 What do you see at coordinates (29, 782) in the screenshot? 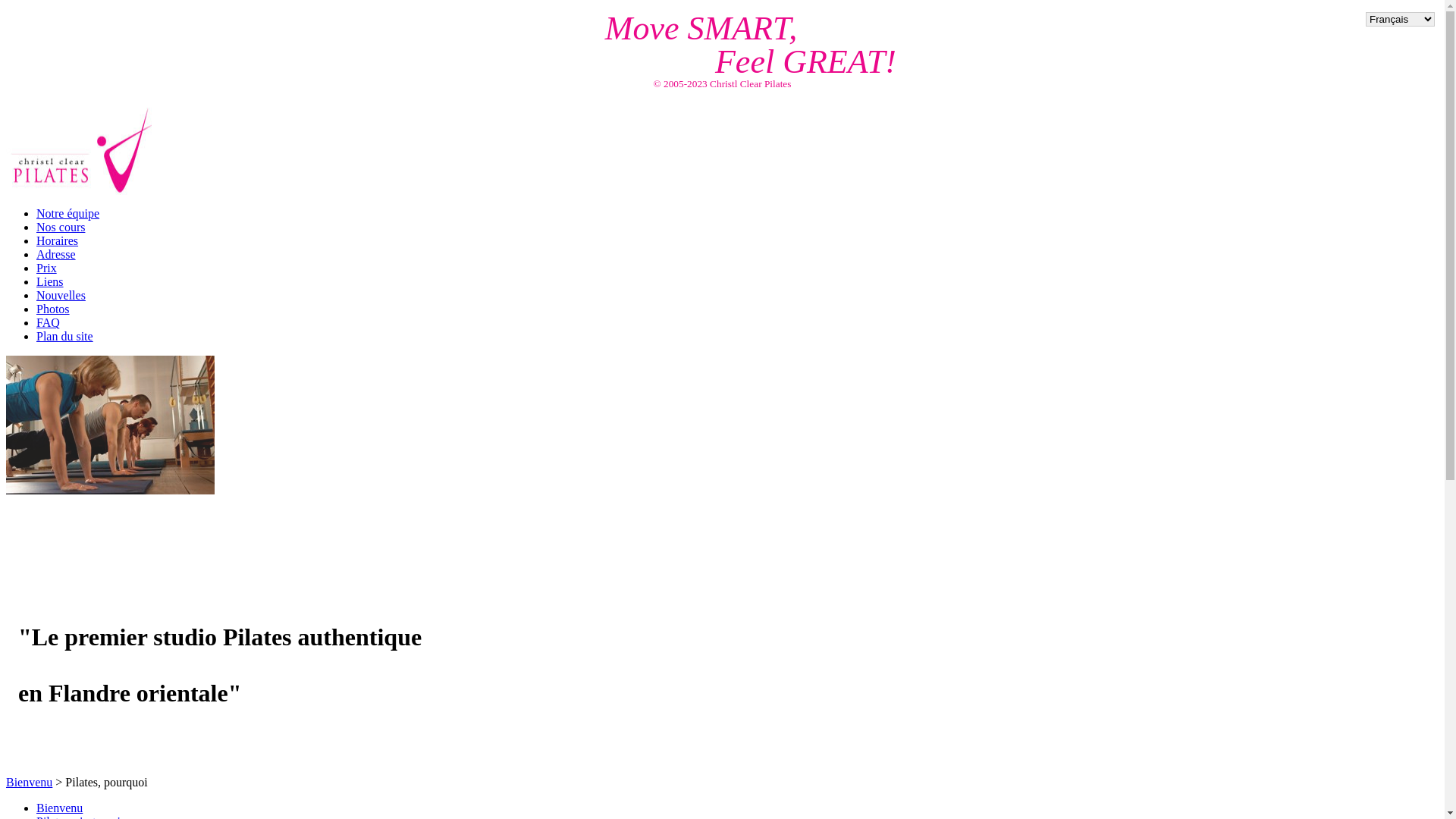
I see `'Bienvenu'` at bounding box center [29, 782].